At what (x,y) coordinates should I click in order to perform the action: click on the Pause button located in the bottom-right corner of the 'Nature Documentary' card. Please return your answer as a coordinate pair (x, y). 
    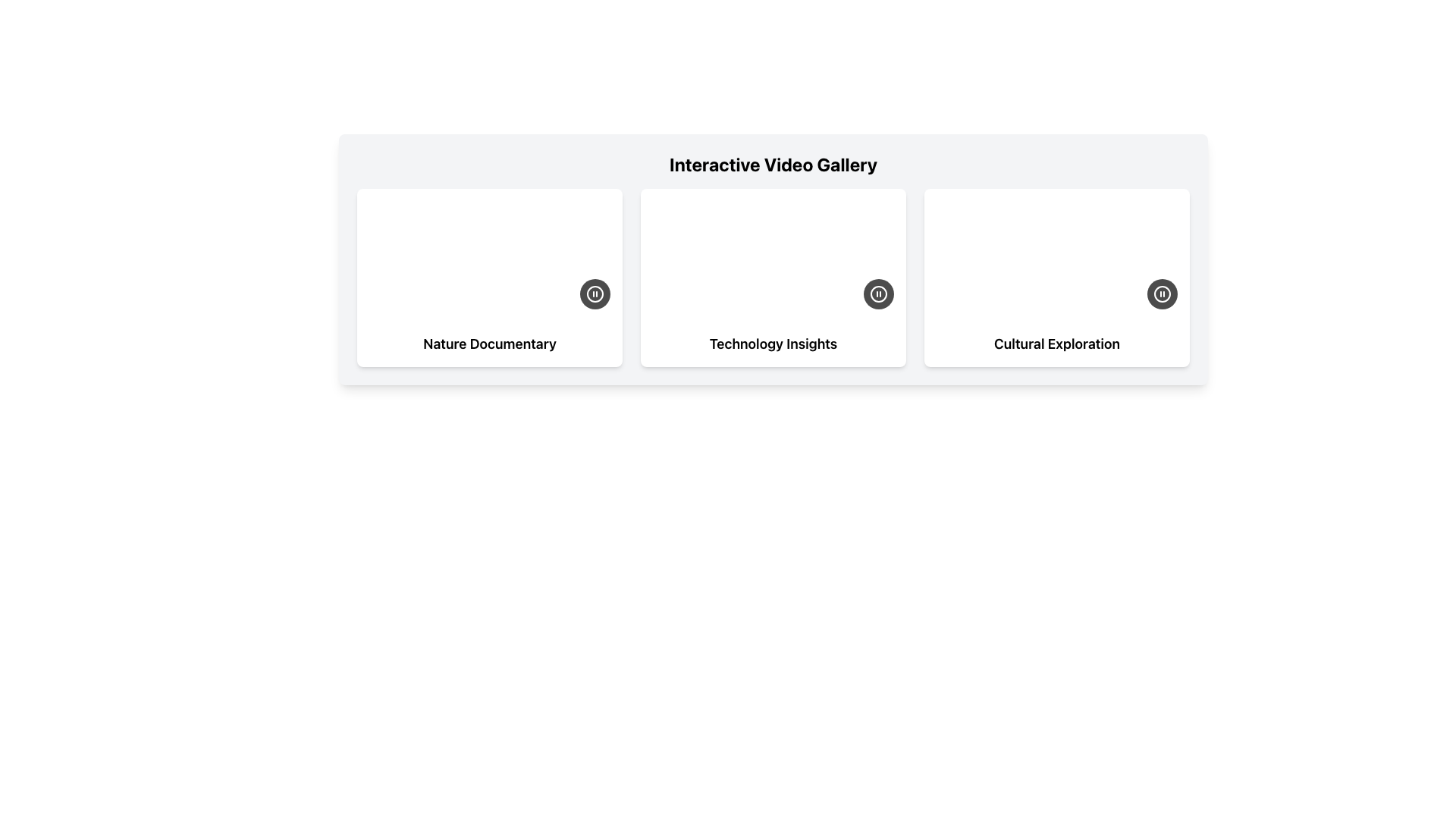
    Looking at the image, I should click on (595, 294).